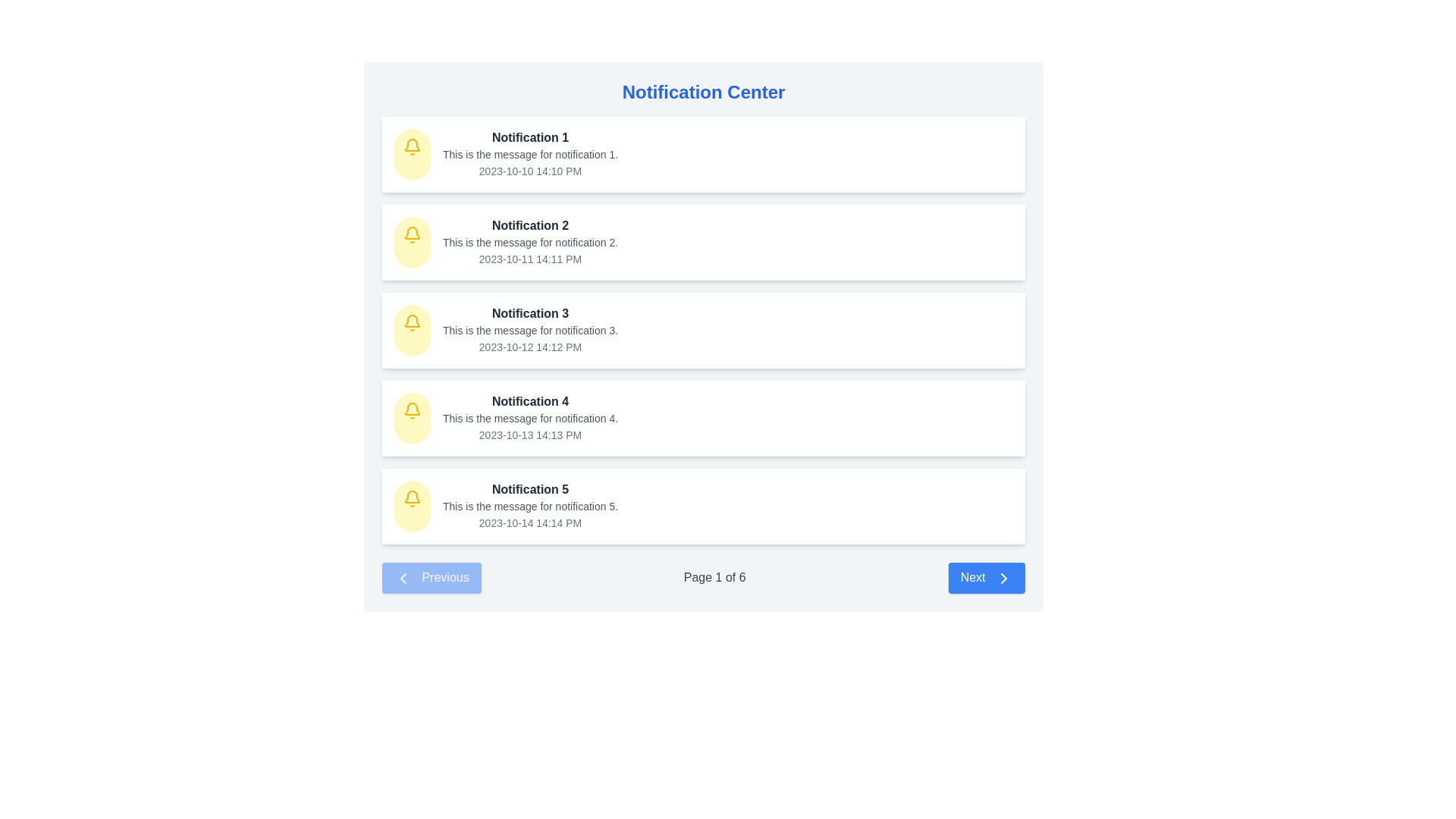 Image resolution: width=1456 pixels, height=819 pixels. What do you see at coordinates (530, 171) in the screenshot?
I see `the timestamp text '2023-10-10 14:10 PM' located at the bottom right corner of the 'Notification 1' card` at bounding box center [530, 171].